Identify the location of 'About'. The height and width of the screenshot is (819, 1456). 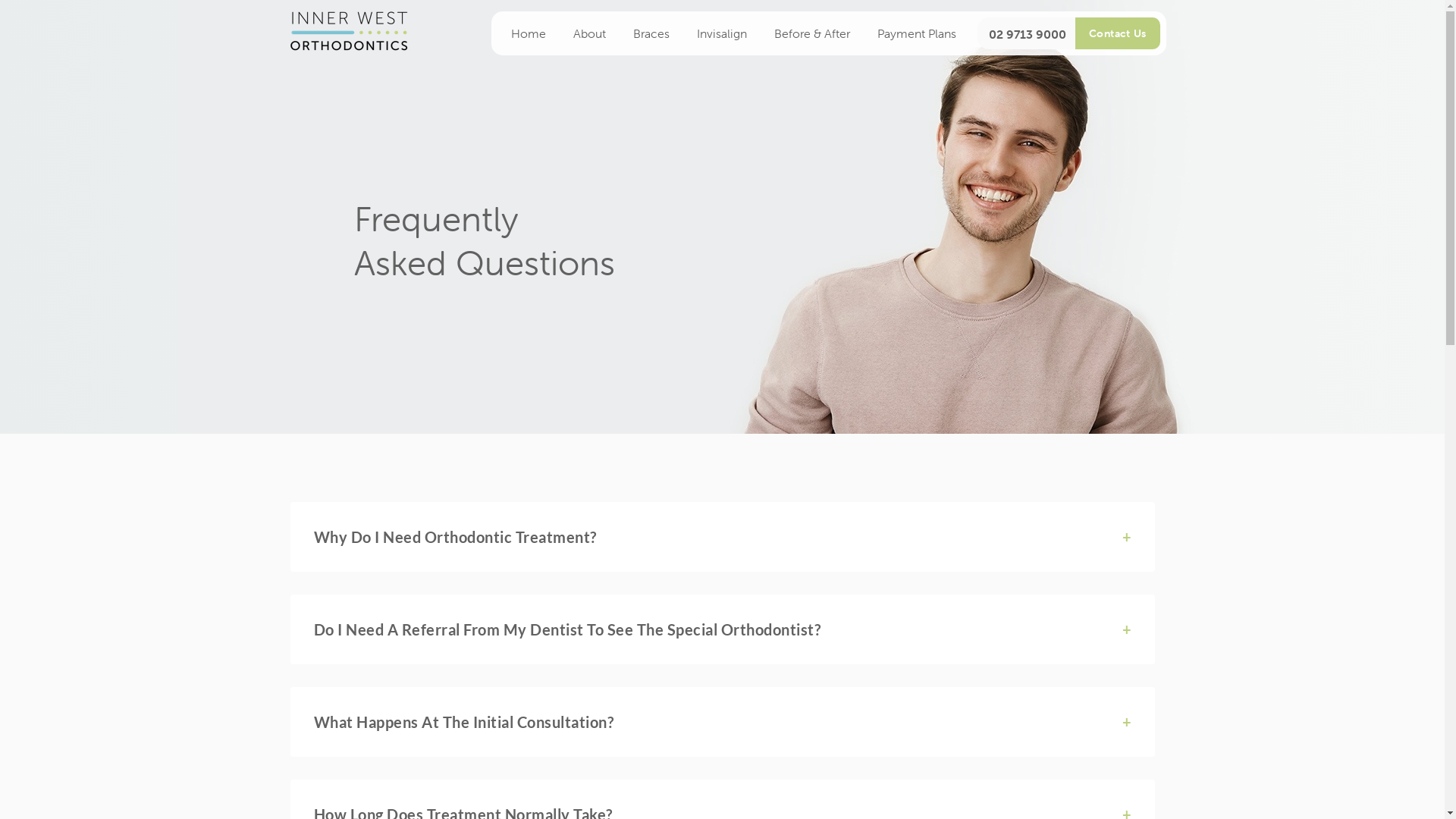
(559, 33).